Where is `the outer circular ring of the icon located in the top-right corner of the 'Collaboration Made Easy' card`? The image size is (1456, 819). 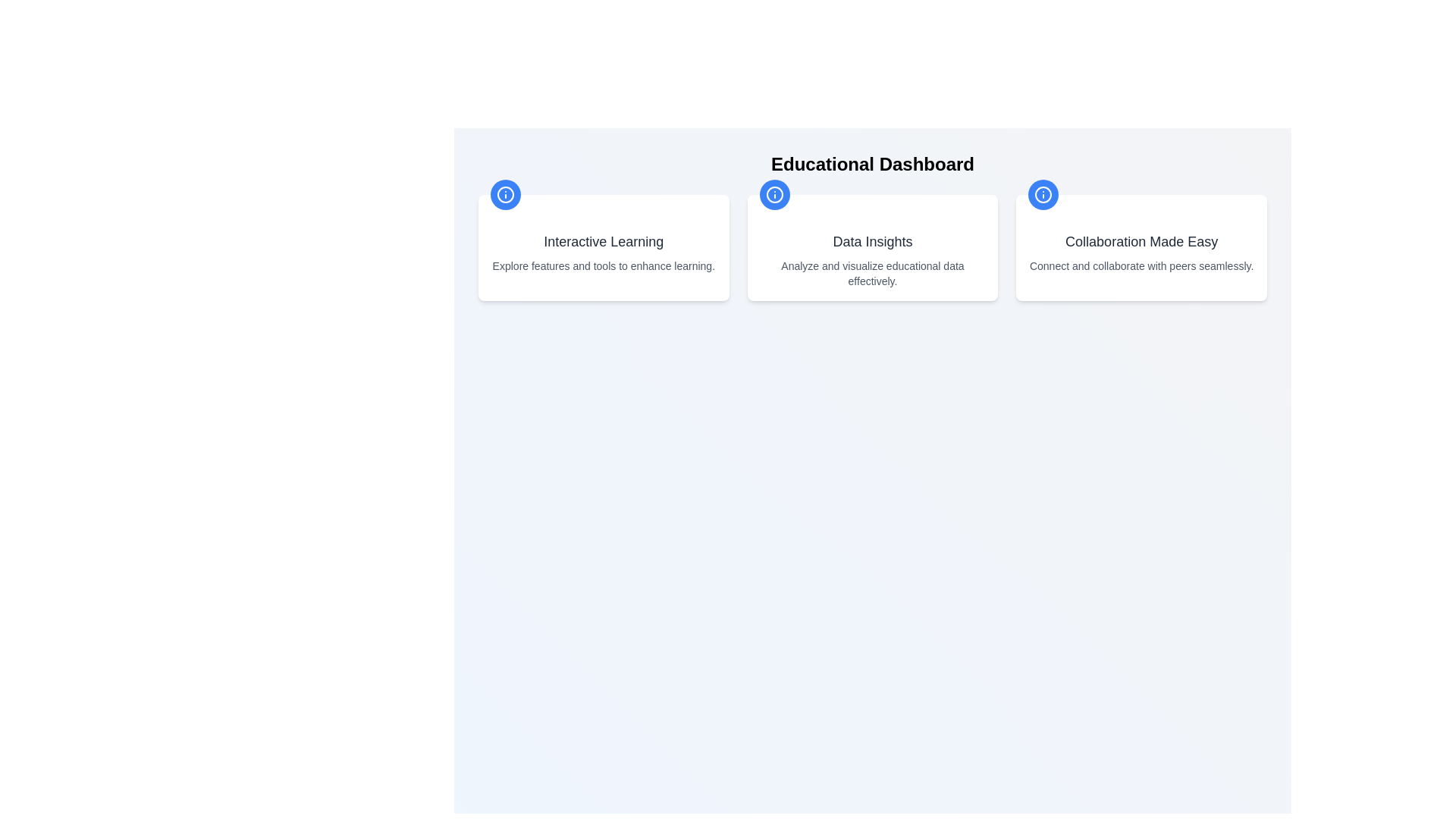 the outer circular ring of the icon located in the top-right corner of the 'Collaboration Made Easy' card is located at coordinates (1043, 194).